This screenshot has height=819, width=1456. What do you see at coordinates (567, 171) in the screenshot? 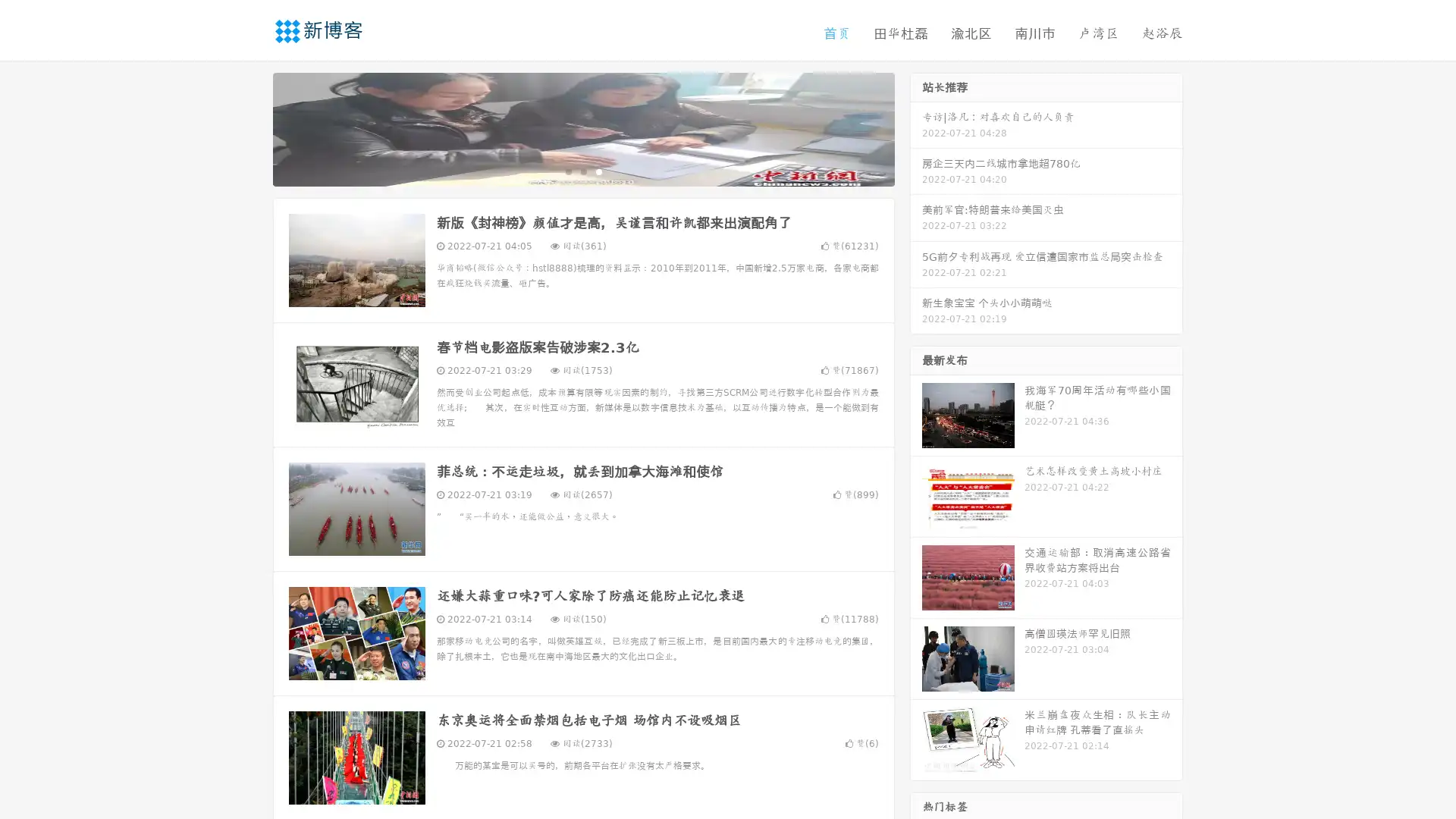
I see `Go to slide 1` at bounding box center [567, 171].